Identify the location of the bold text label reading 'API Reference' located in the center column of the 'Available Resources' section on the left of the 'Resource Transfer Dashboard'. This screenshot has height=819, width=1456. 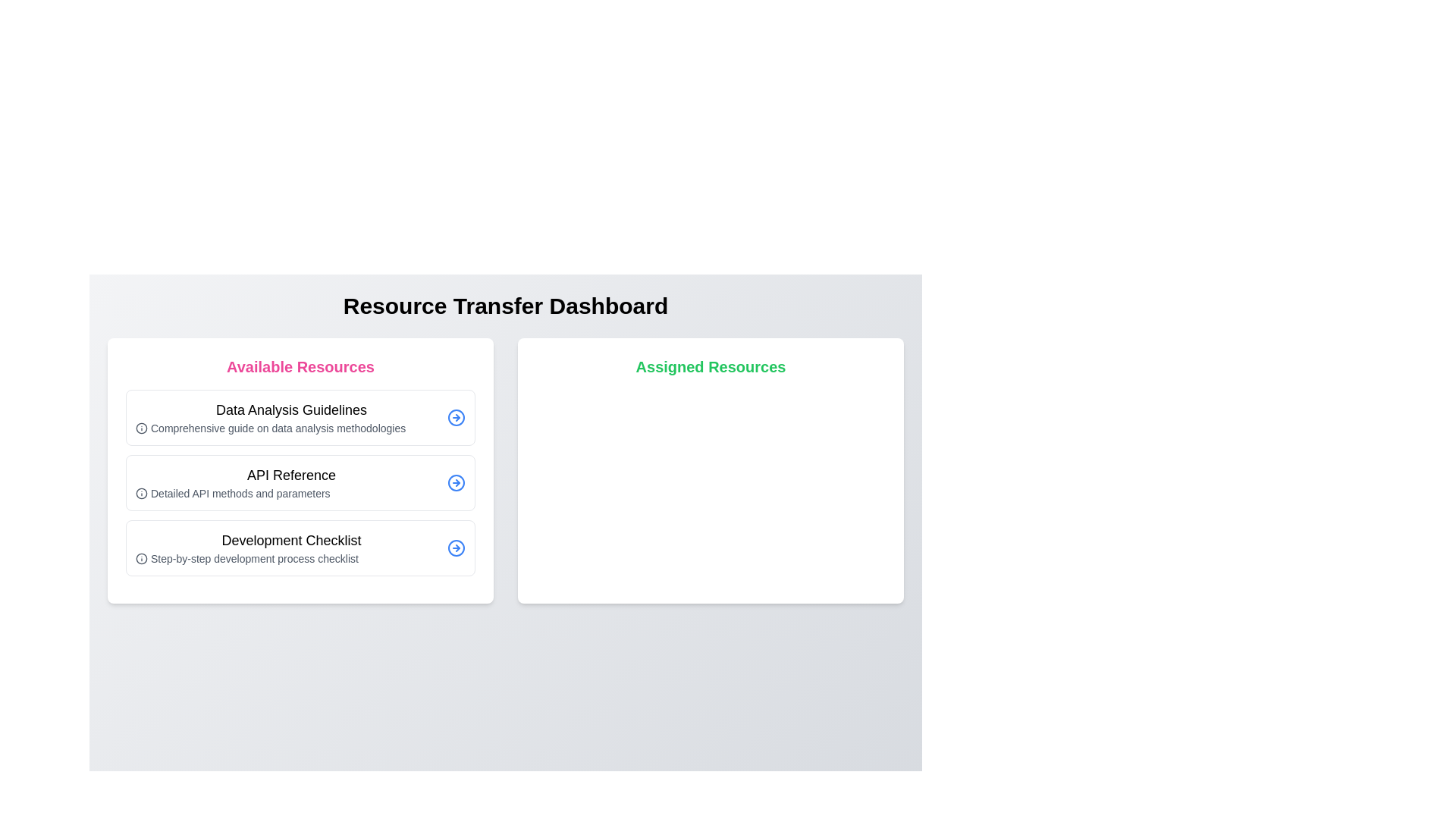
(291, 475).